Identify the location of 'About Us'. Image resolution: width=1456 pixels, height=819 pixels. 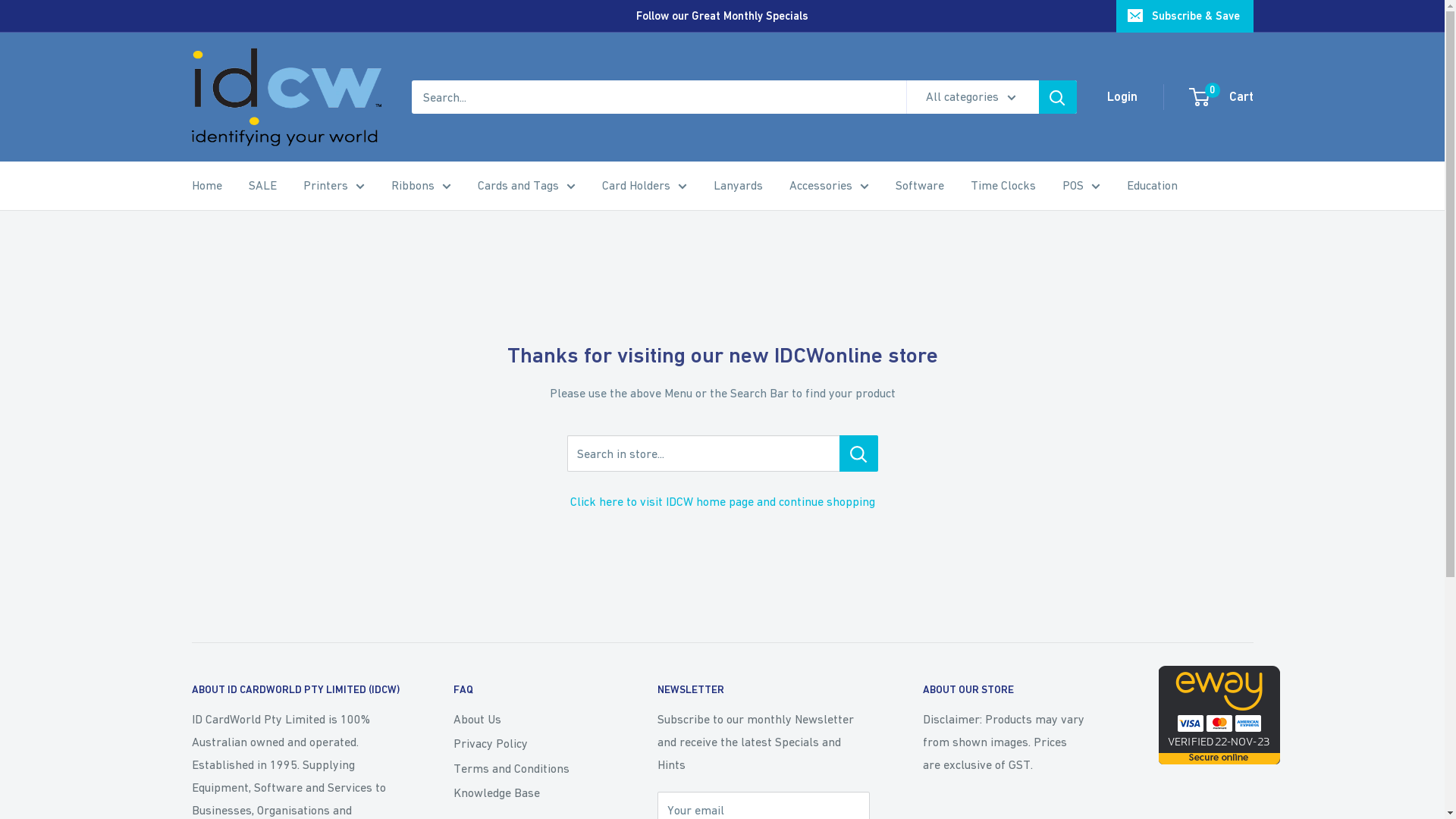
(529, 718).